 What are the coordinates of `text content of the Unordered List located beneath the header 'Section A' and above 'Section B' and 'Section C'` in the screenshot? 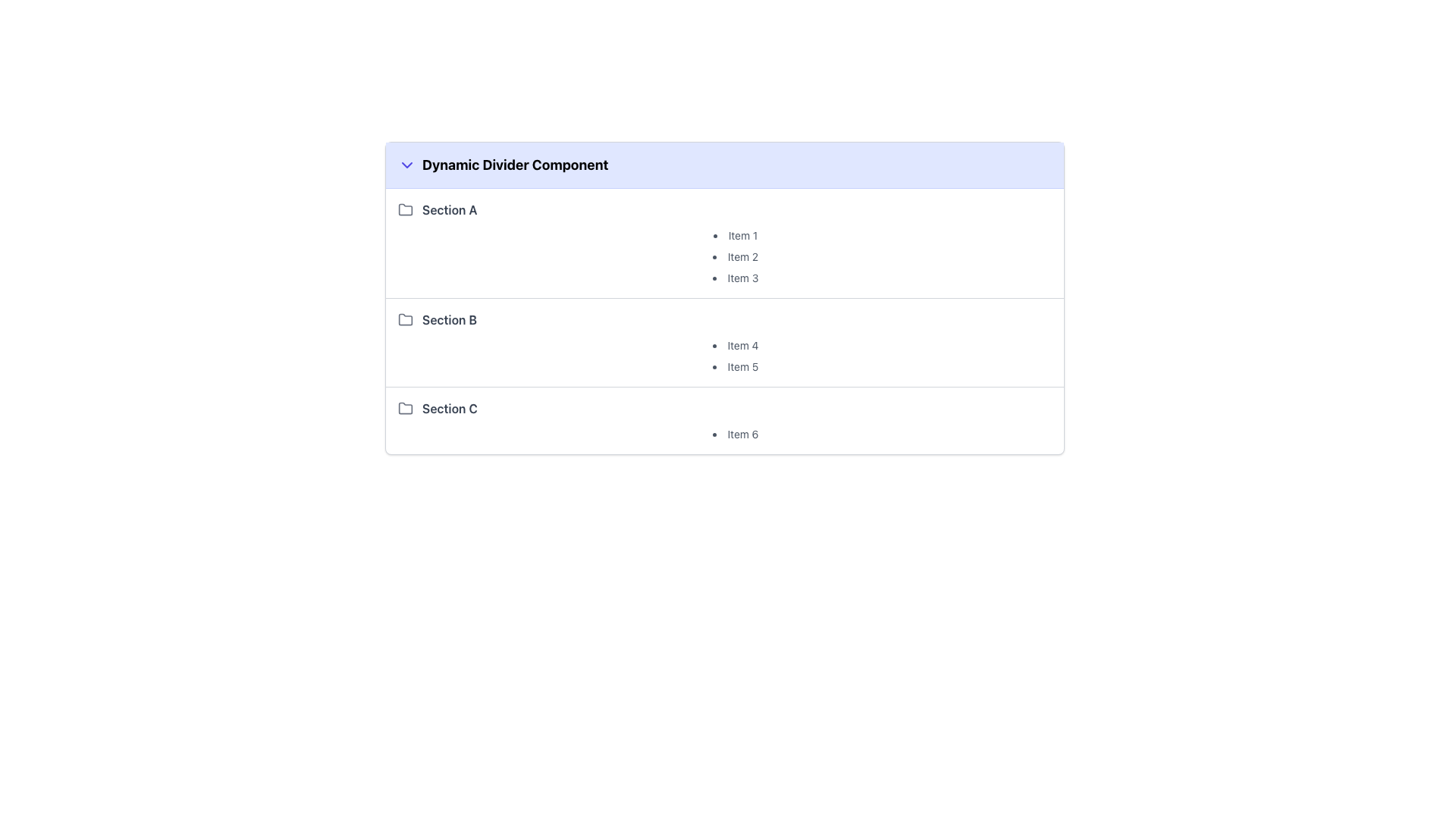 It's located at (723, 256).